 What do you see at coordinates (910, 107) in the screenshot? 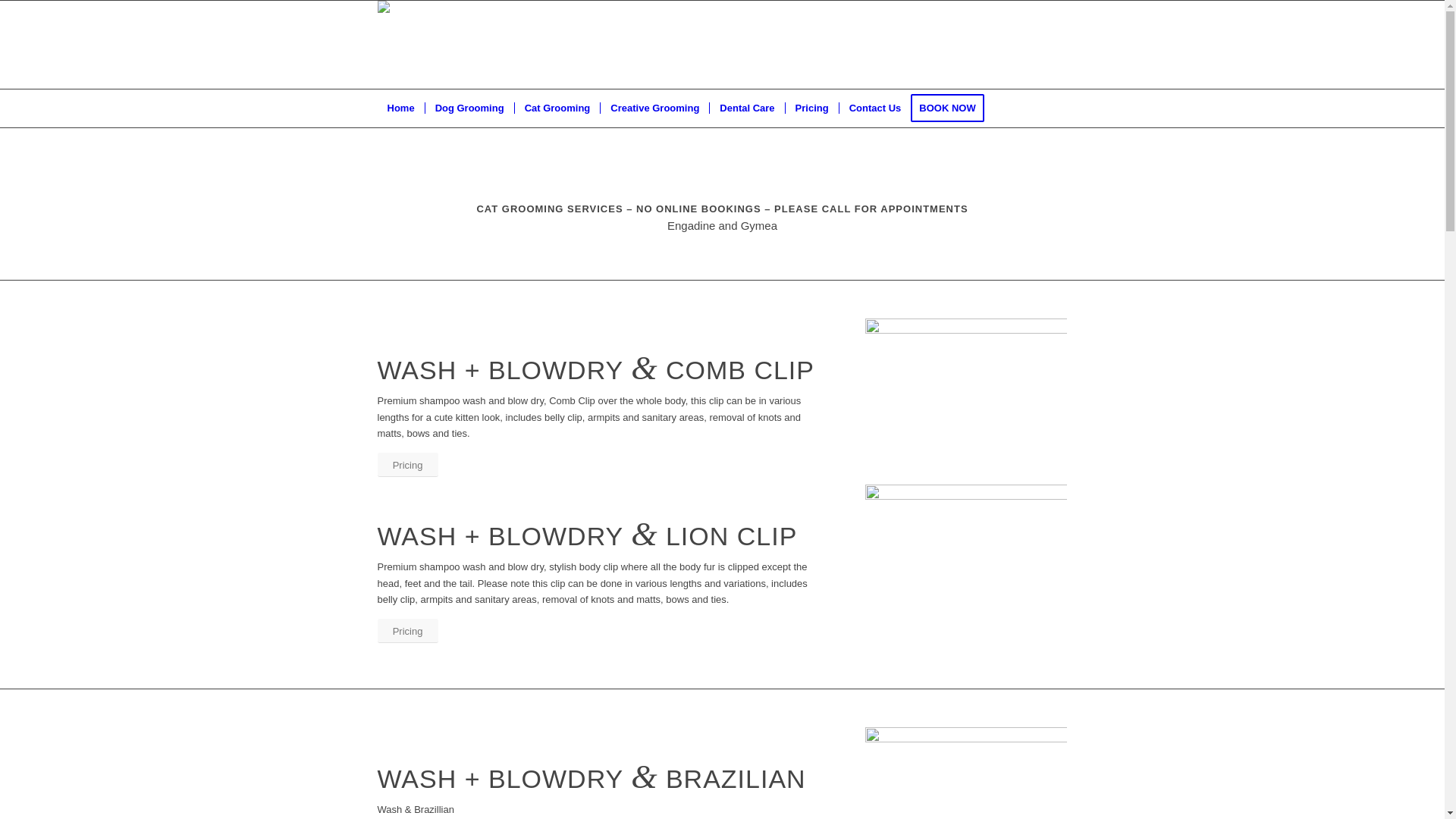
I see `'BOOK NOW'` at bounding box center [910, 107].